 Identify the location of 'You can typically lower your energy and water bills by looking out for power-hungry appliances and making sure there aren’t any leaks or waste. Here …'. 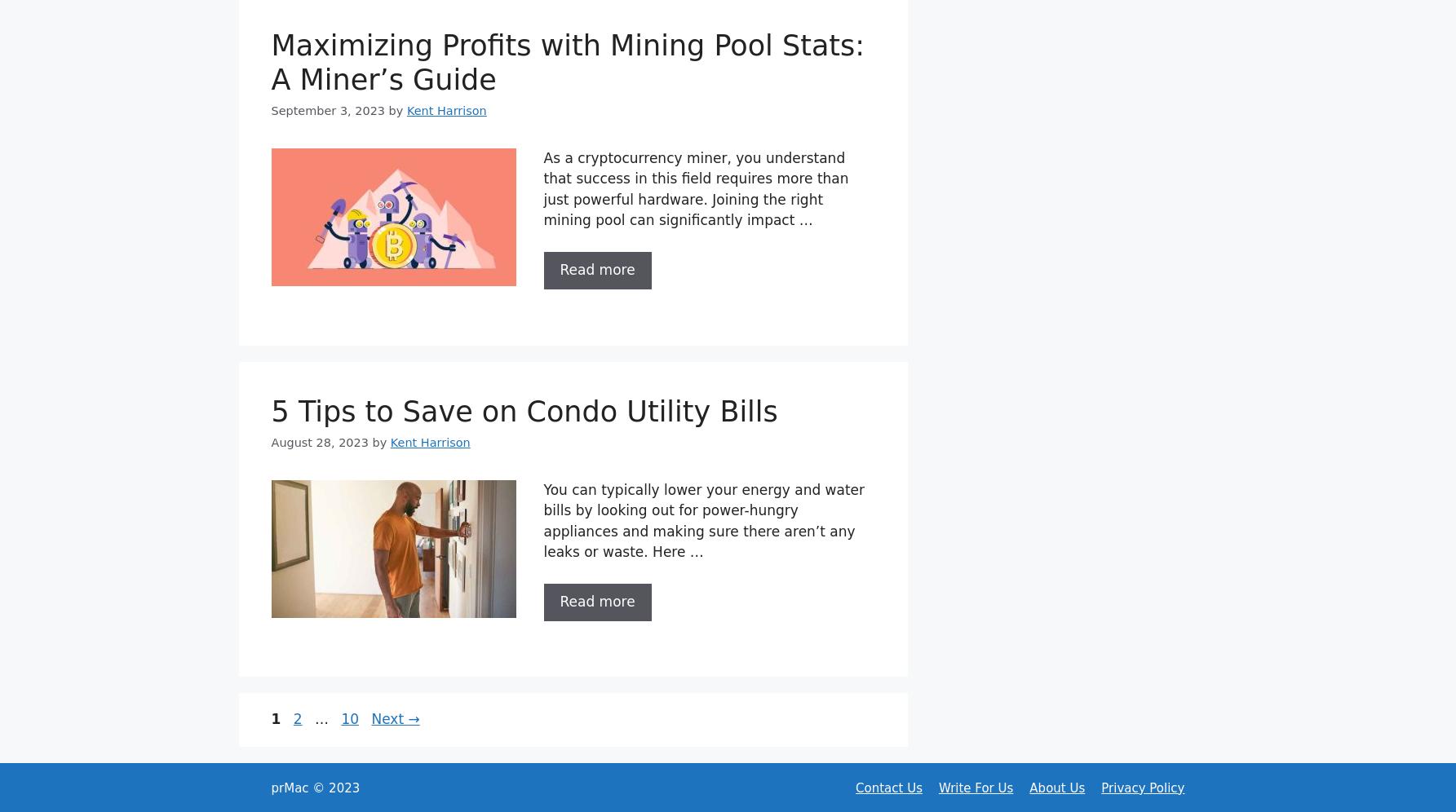
(704, 519).